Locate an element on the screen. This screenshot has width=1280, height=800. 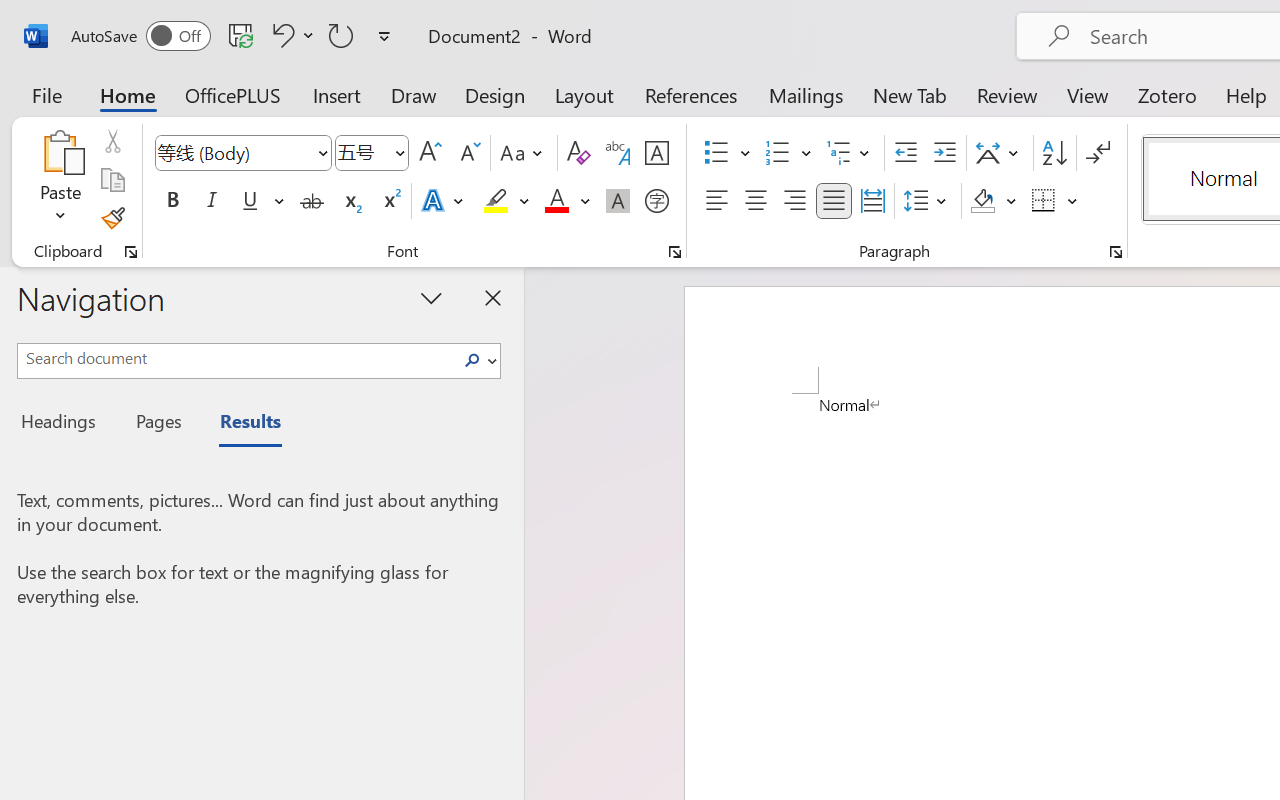
'OfficePLUS' is located at coordinates (233, 94).